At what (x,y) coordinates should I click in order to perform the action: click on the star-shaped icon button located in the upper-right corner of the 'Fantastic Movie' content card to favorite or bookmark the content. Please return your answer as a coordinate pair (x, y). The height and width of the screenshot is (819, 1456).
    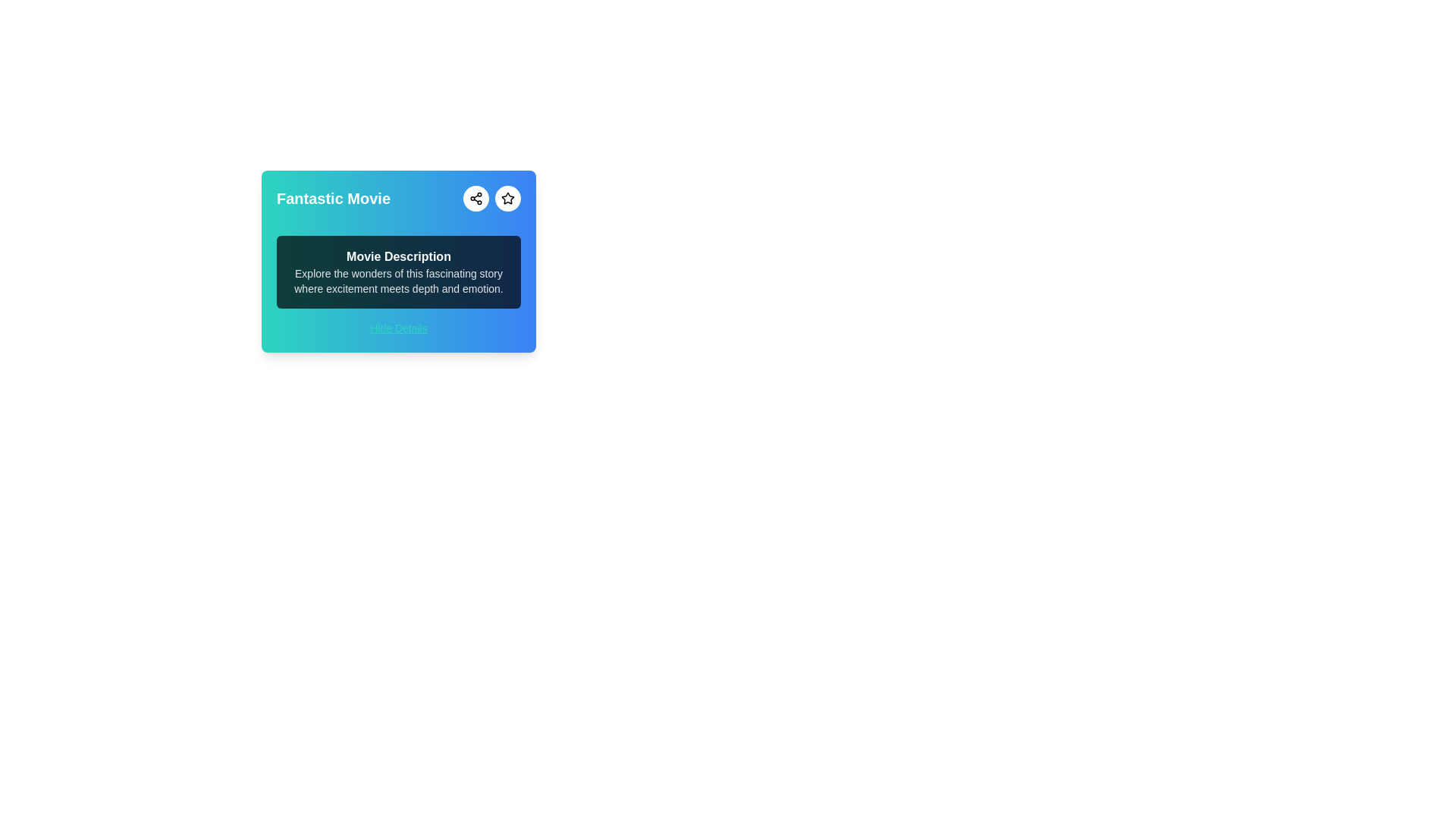
    Looking at the image, I should click on (508, 198).